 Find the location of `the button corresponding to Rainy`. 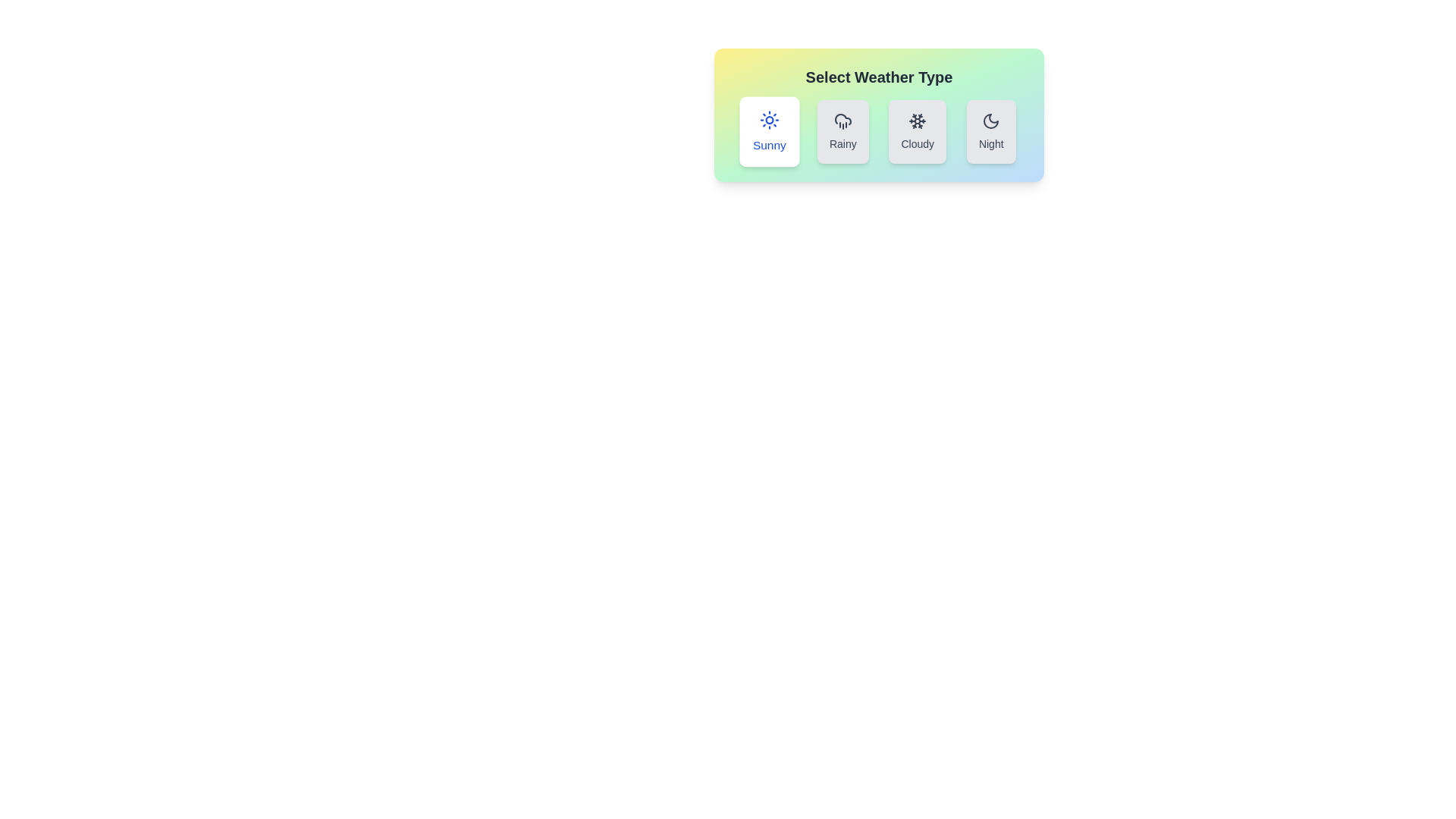

the button corresponding to Rainy is located at coordinates (842, 130).